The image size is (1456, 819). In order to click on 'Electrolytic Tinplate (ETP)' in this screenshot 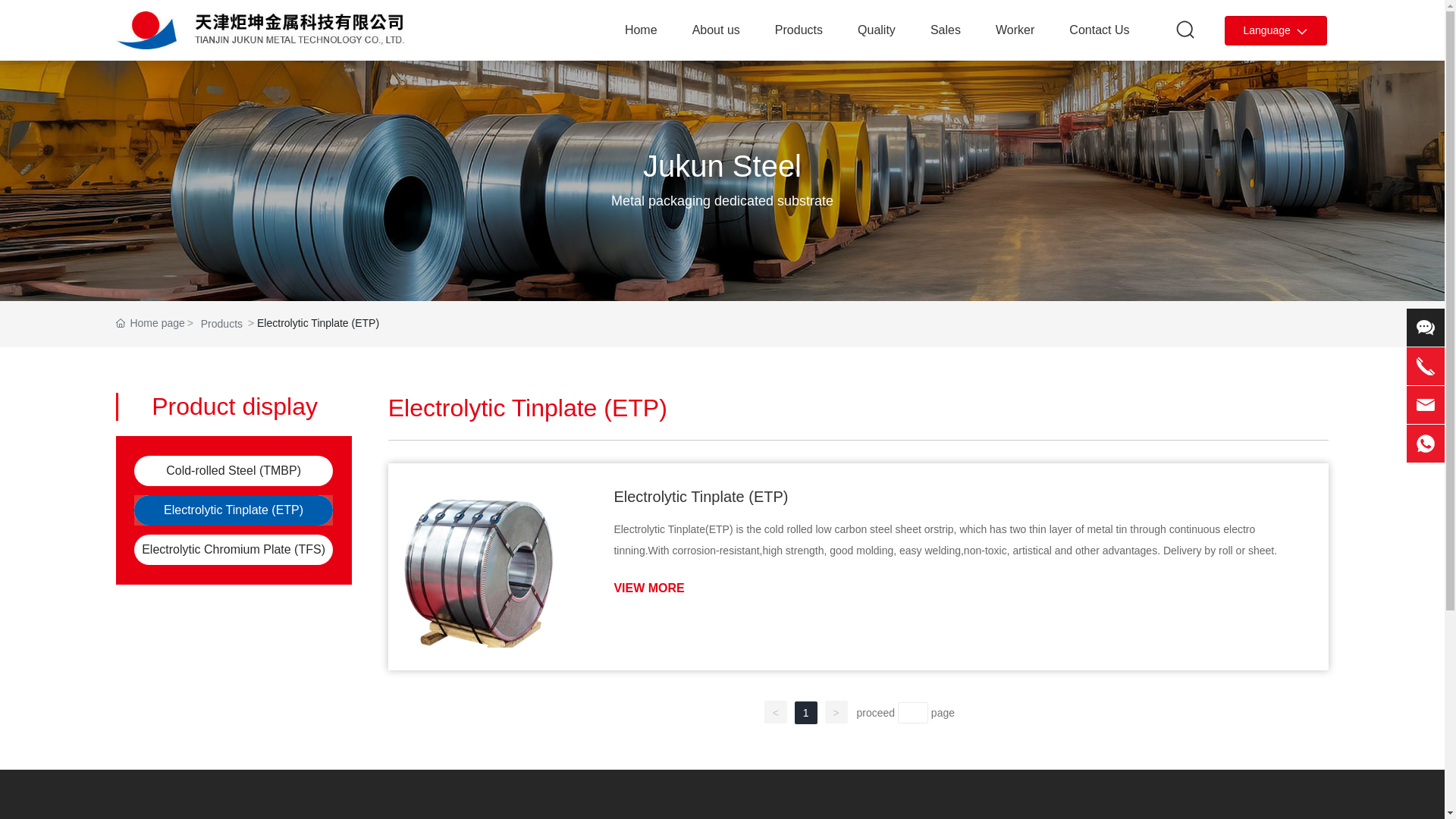, I will do `click(232, 510)`.